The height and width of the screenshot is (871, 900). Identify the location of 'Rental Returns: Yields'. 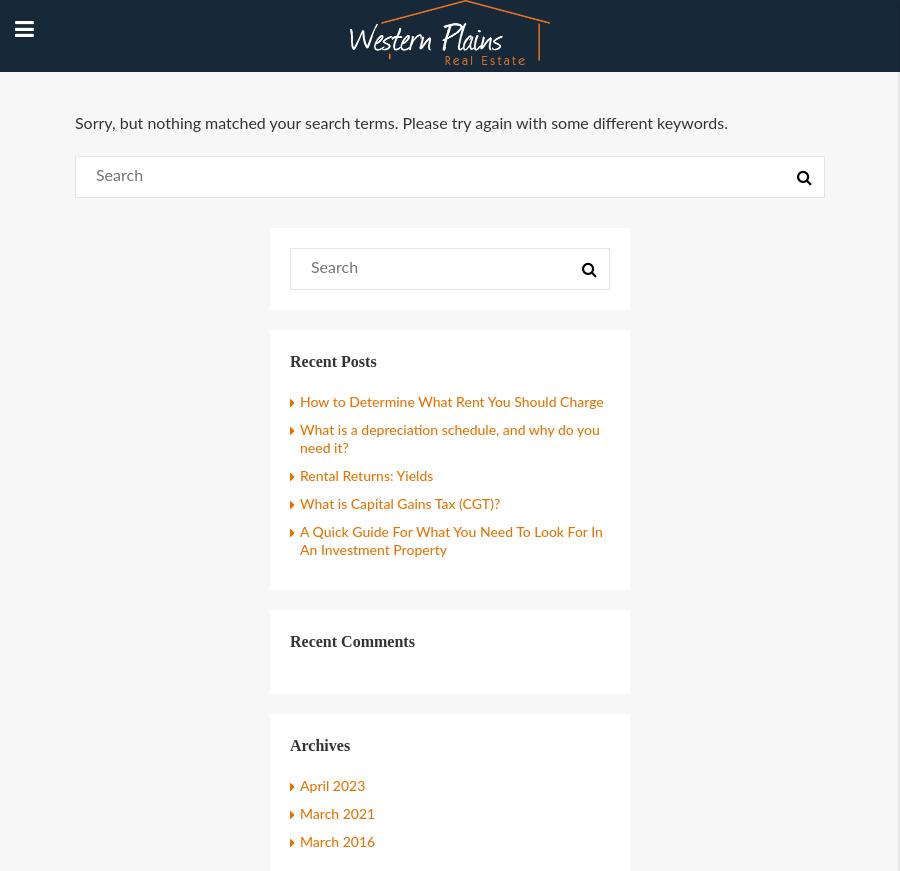
(366, 476).